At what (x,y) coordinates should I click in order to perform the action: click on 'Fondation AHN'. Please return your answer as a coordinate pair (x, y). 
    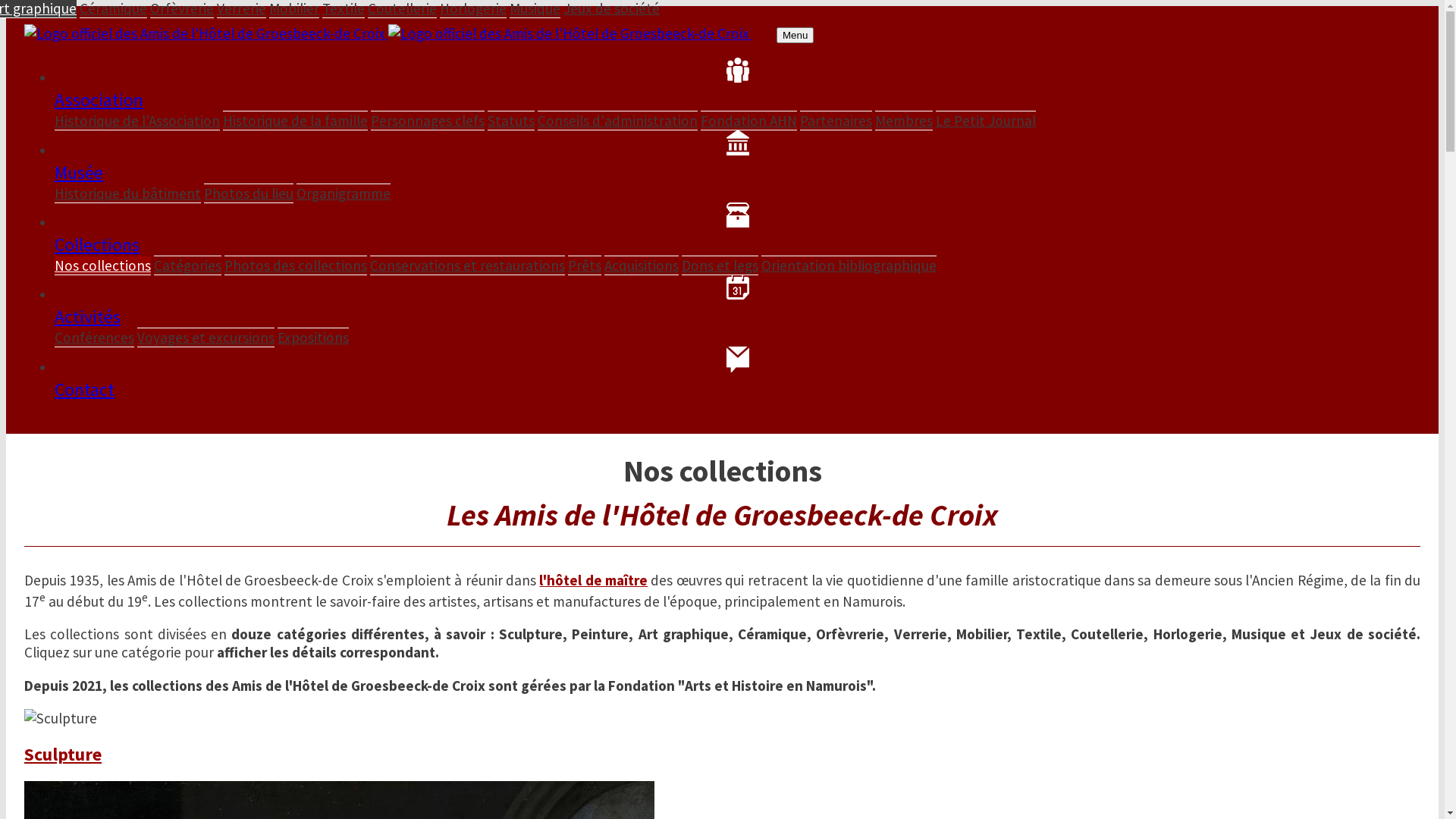
    Looking at the image, I should click on (748, 119).